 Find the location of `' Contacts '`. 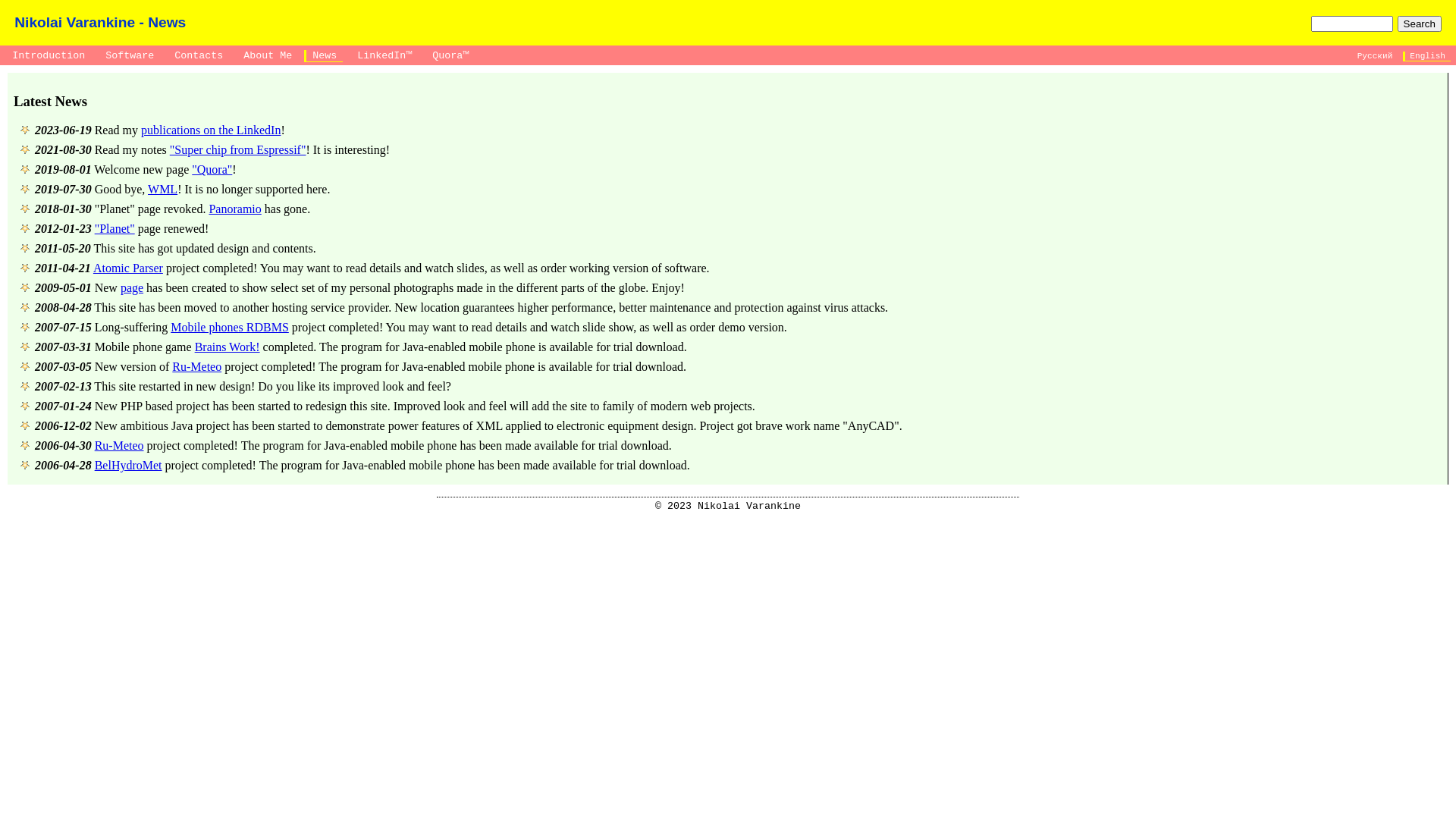

' Contacts ' is located at coordinates (166, 55).